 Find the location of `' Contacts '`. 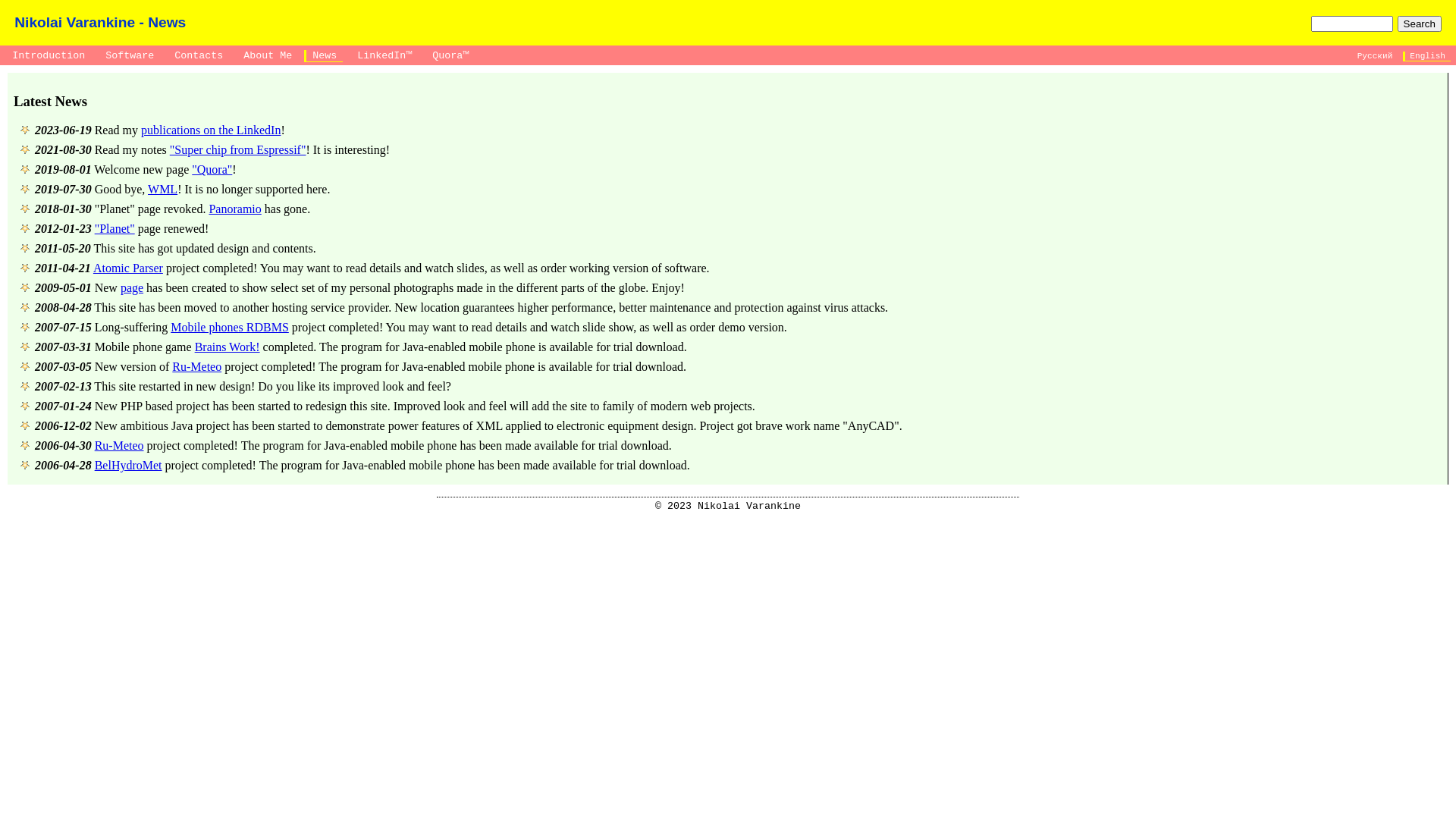

' Contacts ' is located at coordinates (166, 55).